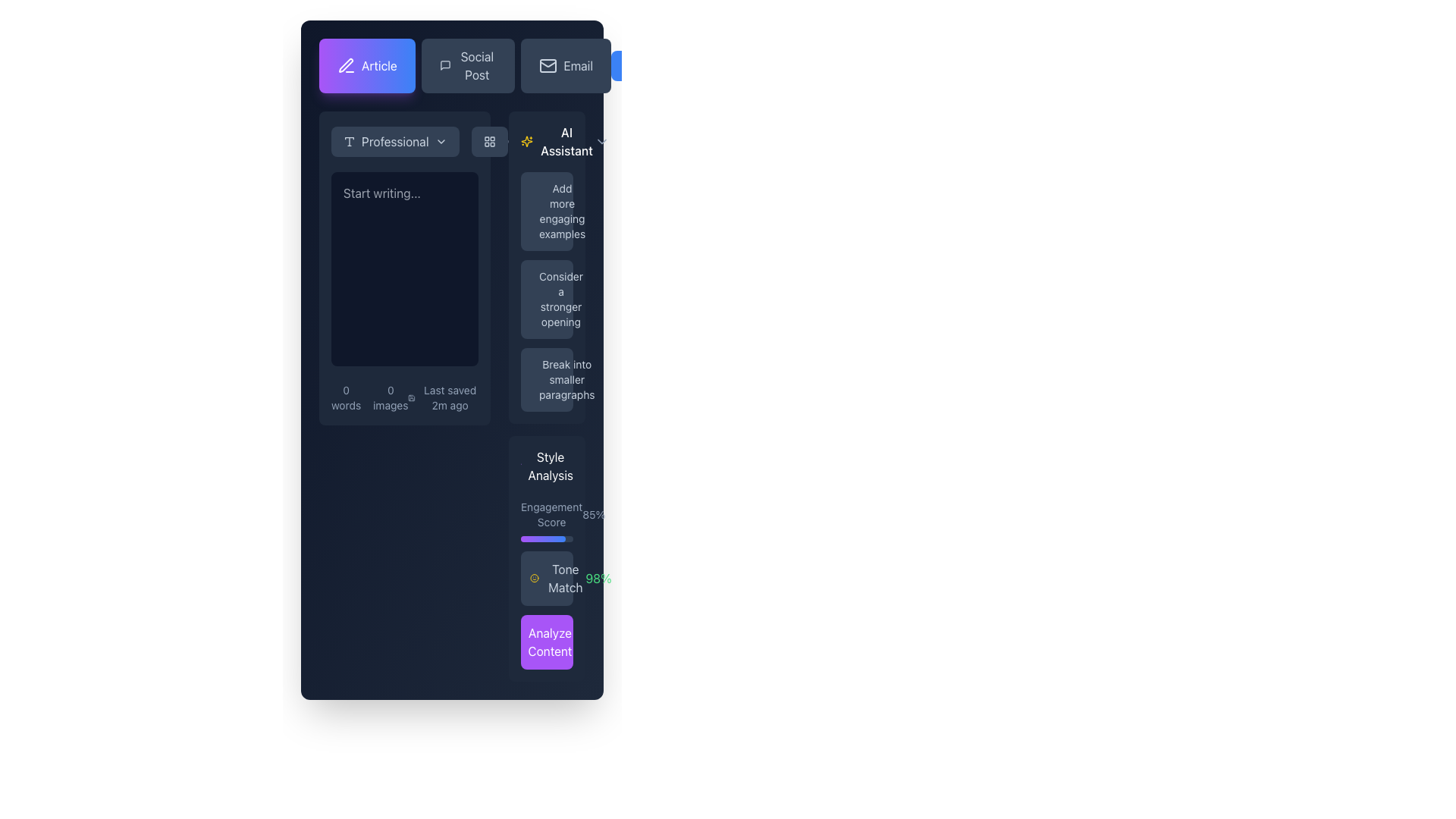  I want to click on the 'Email' button, which is a dark slate gray rectangular button with white text and an envelope icon, located in the upper center of the interface, so click(565, 65).